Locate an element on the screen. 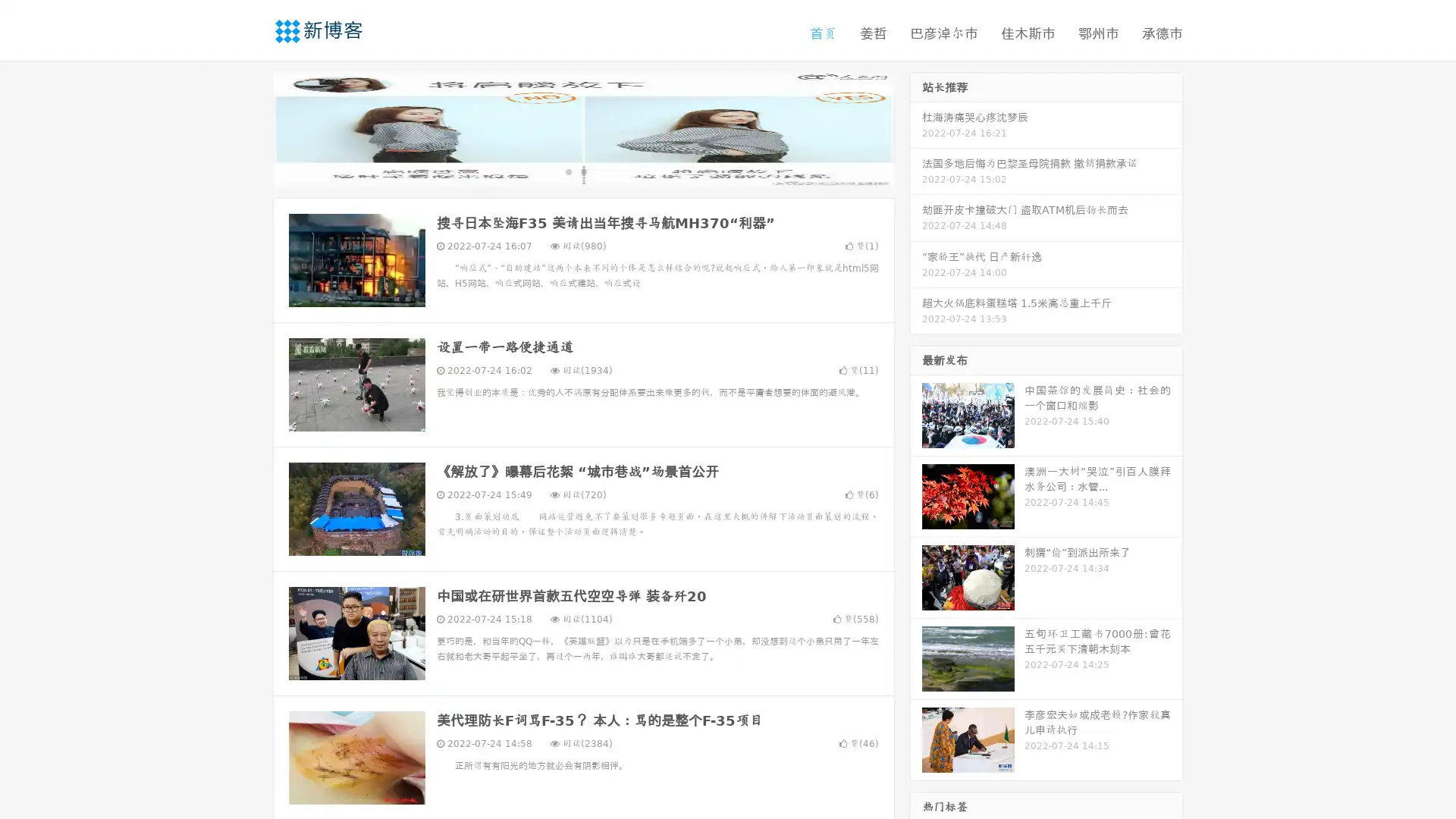  Next slide is located at coordinates (916, 127).